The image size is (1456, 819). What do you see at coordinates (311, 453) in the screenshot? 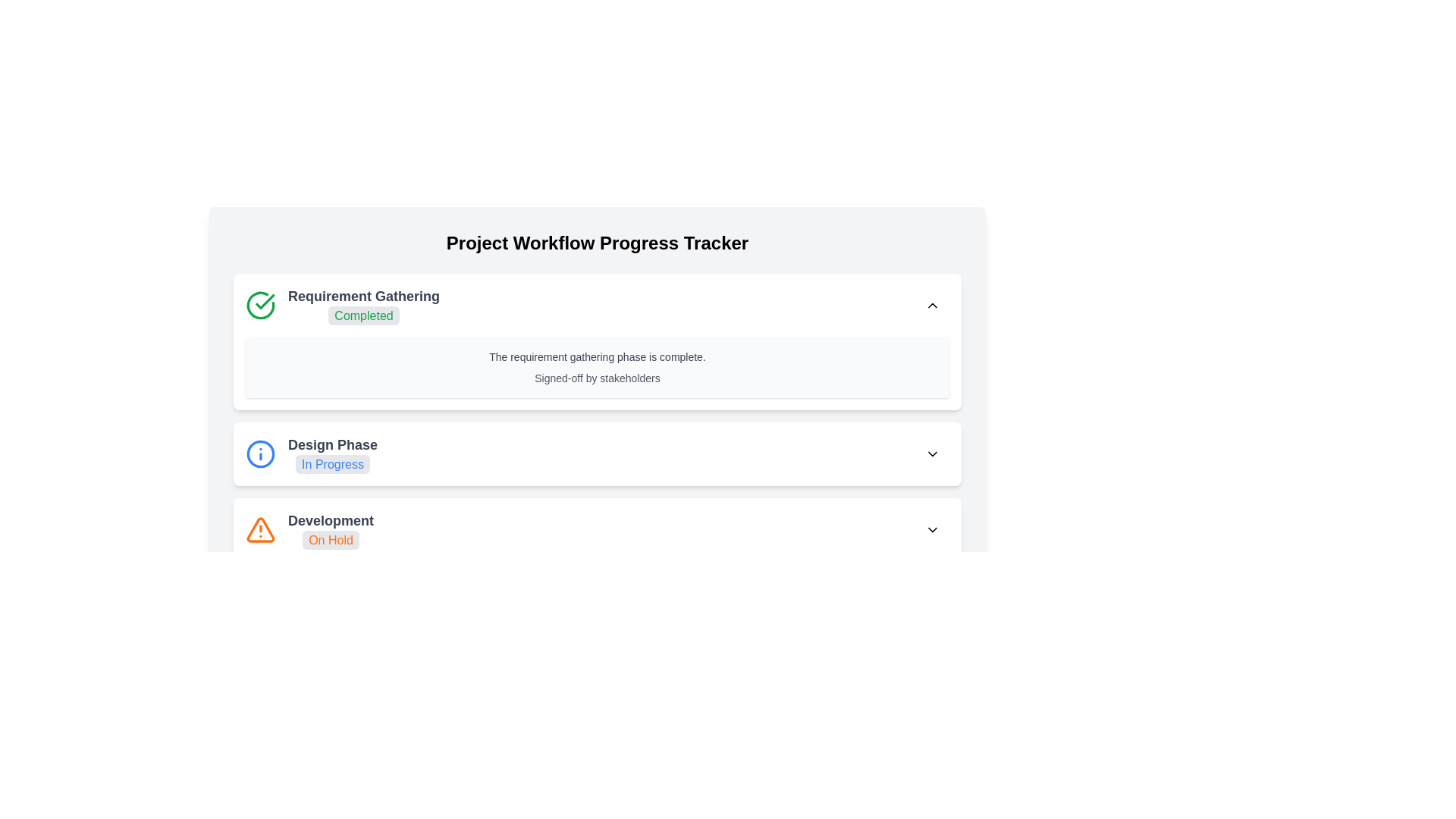
I see `the information displayed on the 'Design Phase' label with status indicator, which shows 'In Progress' and is located in the second row of the section list` at bounding box center [311, 453].